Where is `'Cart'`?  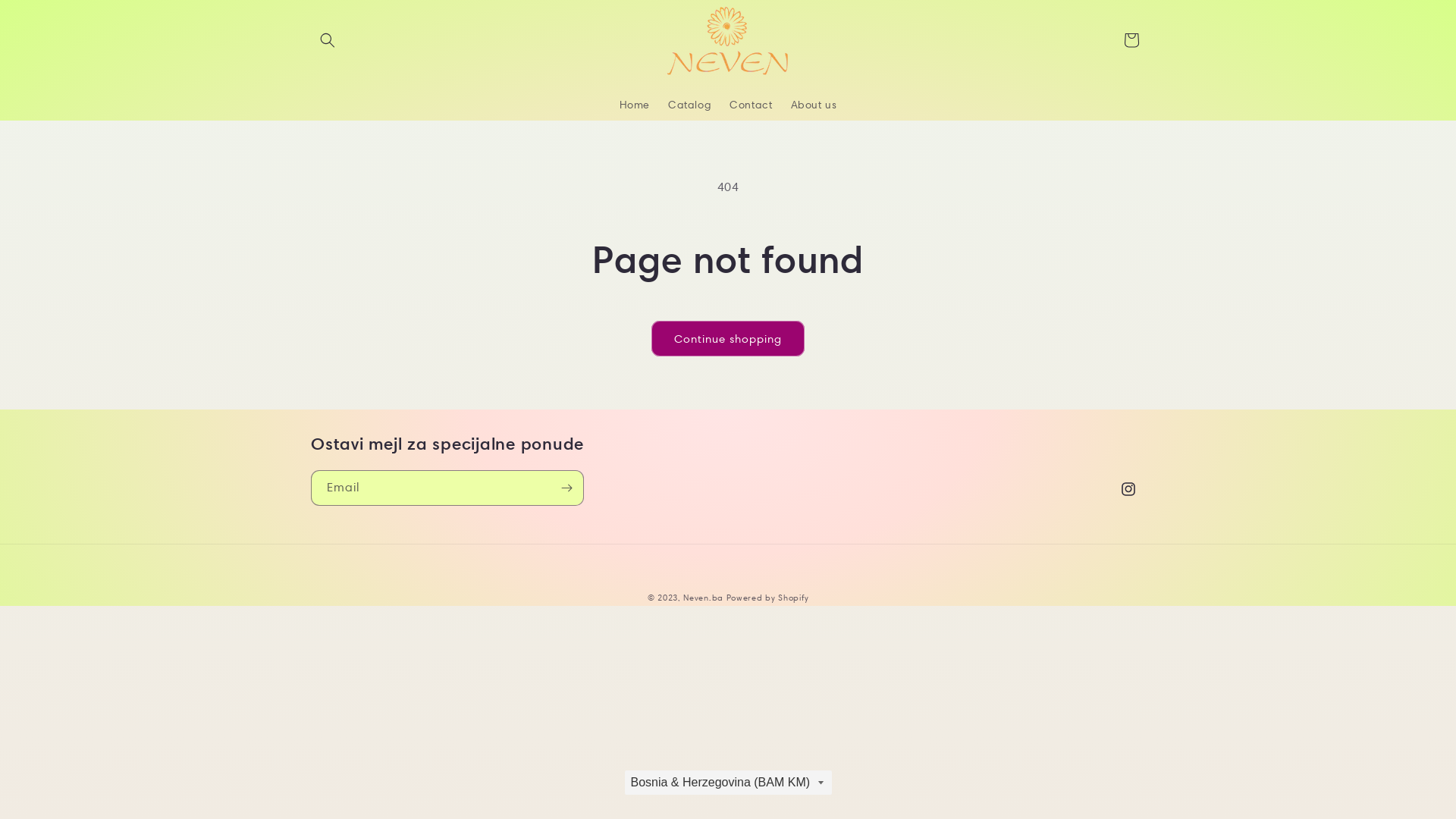 'Cart' is located at coordinates (1131, 39).